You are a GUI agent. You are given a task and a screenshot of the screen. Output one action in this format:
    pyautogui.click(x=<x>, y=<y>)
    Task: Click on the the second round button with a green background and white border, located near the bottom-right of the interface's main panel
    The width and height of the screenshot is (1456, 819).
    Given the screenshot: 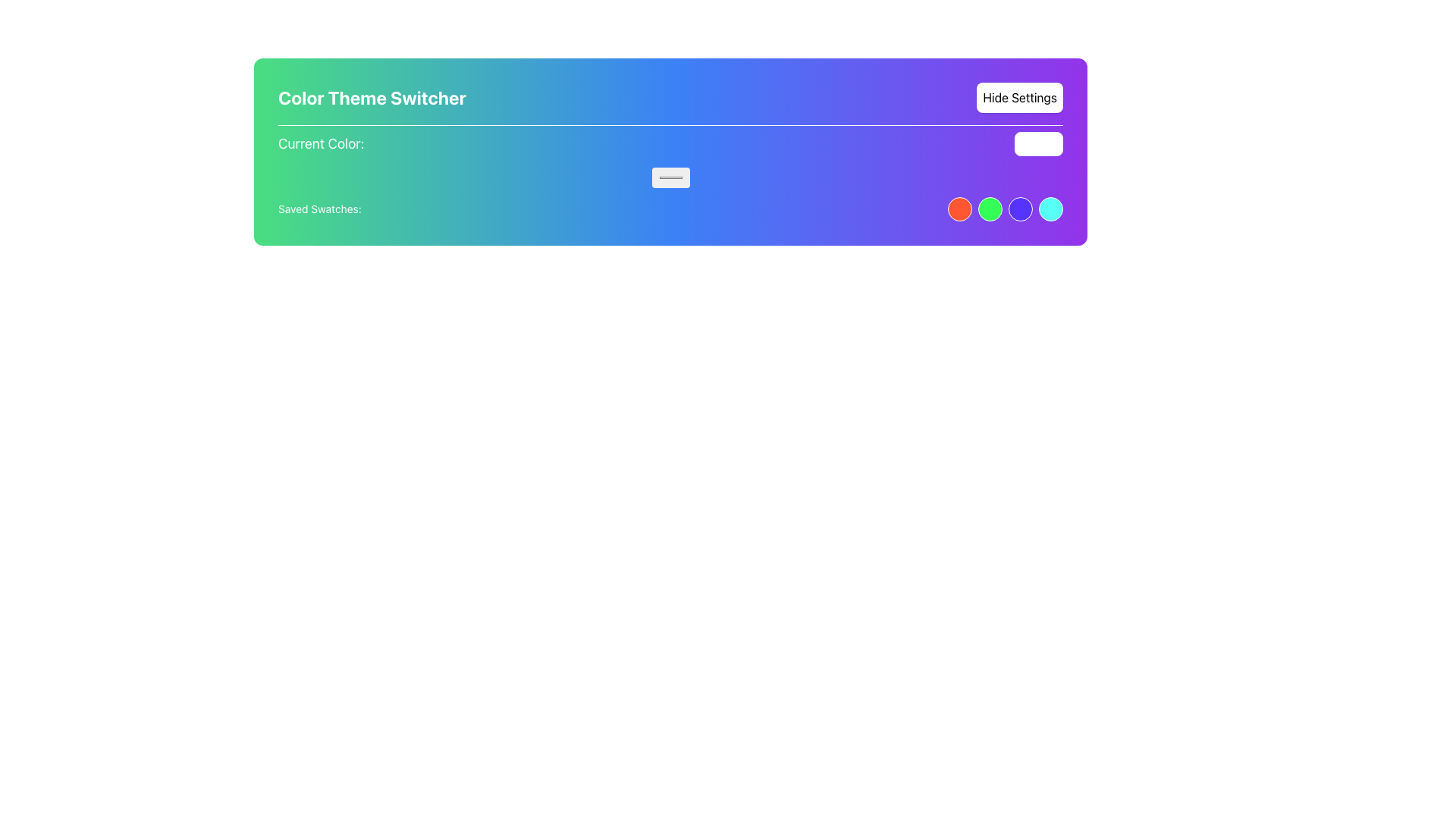 What is the action you would take?
    pyautogui.click(x=990, y=209)
    